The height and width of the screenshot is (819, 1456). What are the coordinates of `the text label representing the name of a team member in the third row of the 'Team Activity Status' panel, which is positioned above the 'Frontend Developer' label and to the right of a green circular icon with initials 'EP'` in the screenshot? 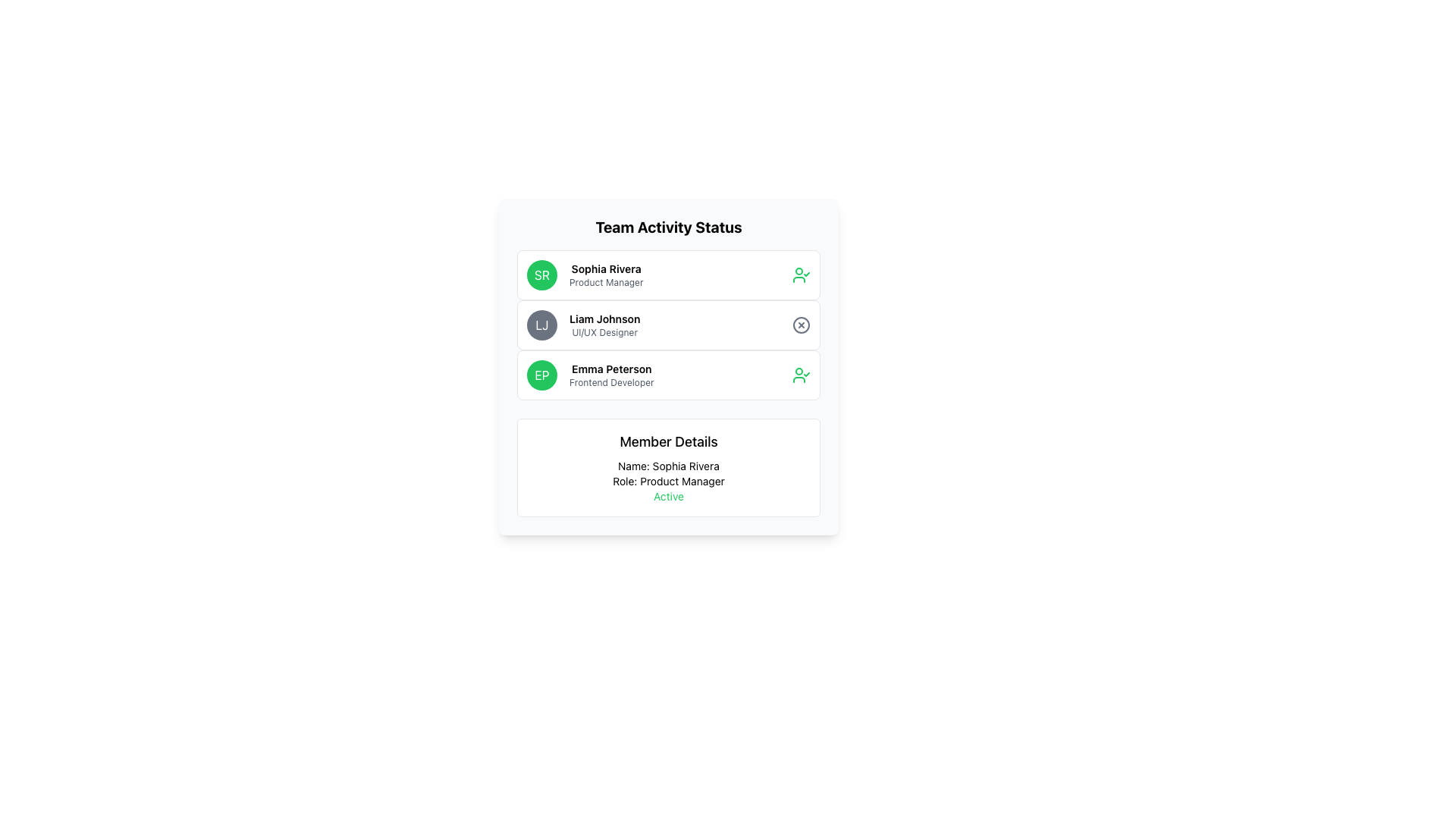 It's located at (611, 369).